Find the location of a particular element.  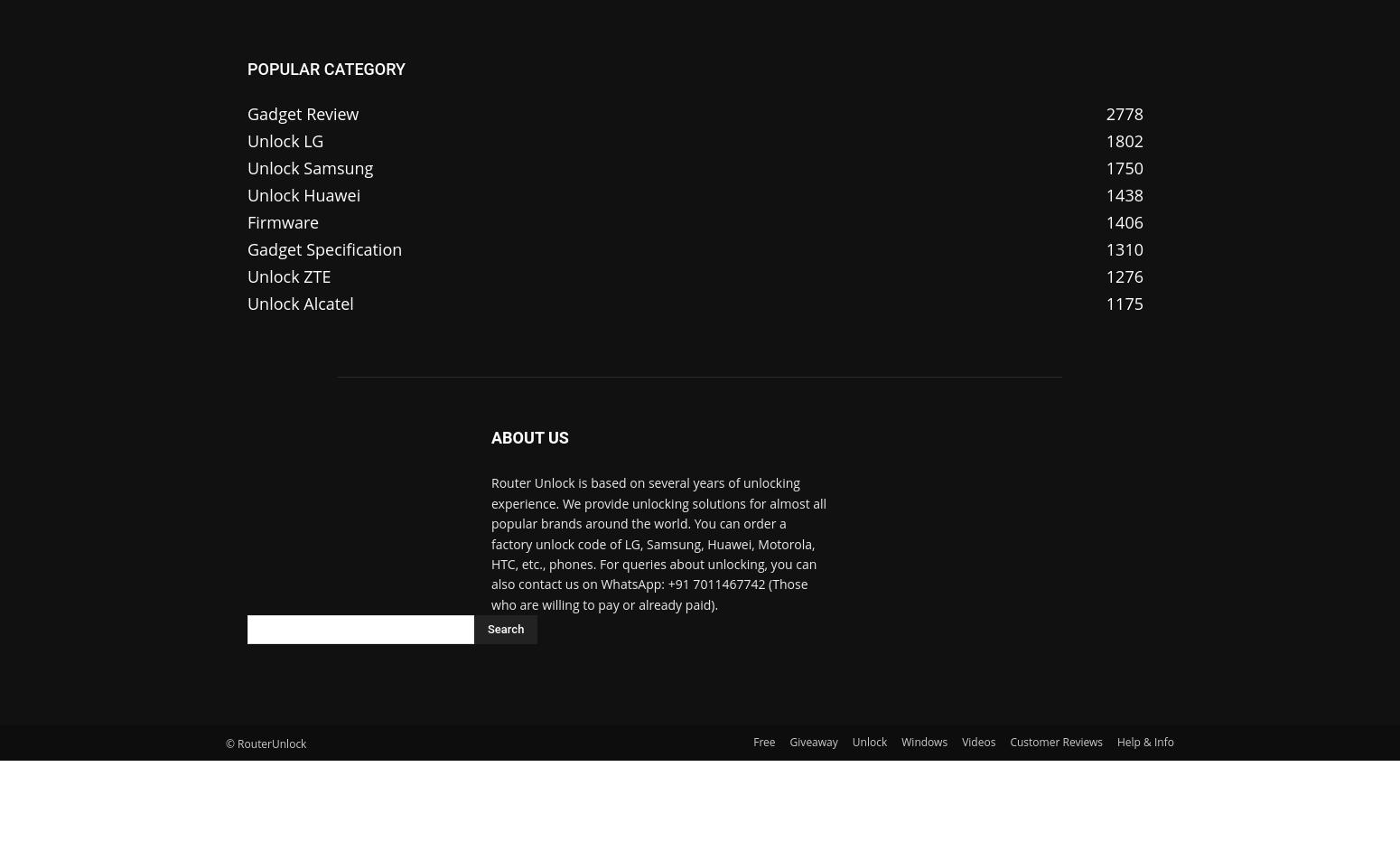

'Router Unlock is based on several years of unlocking experience. We provide unlocking solutions for almost all popular brands around the world. You can order a factory unlock code of LG, Samsung, Huawei, Motorola, HTC, etc., phones. For queries about unlocking, you can also contact us on WhatsApp: +91 7011467742 (Those who are willing to pay or already paid).' is located at coordinates (658, 543).